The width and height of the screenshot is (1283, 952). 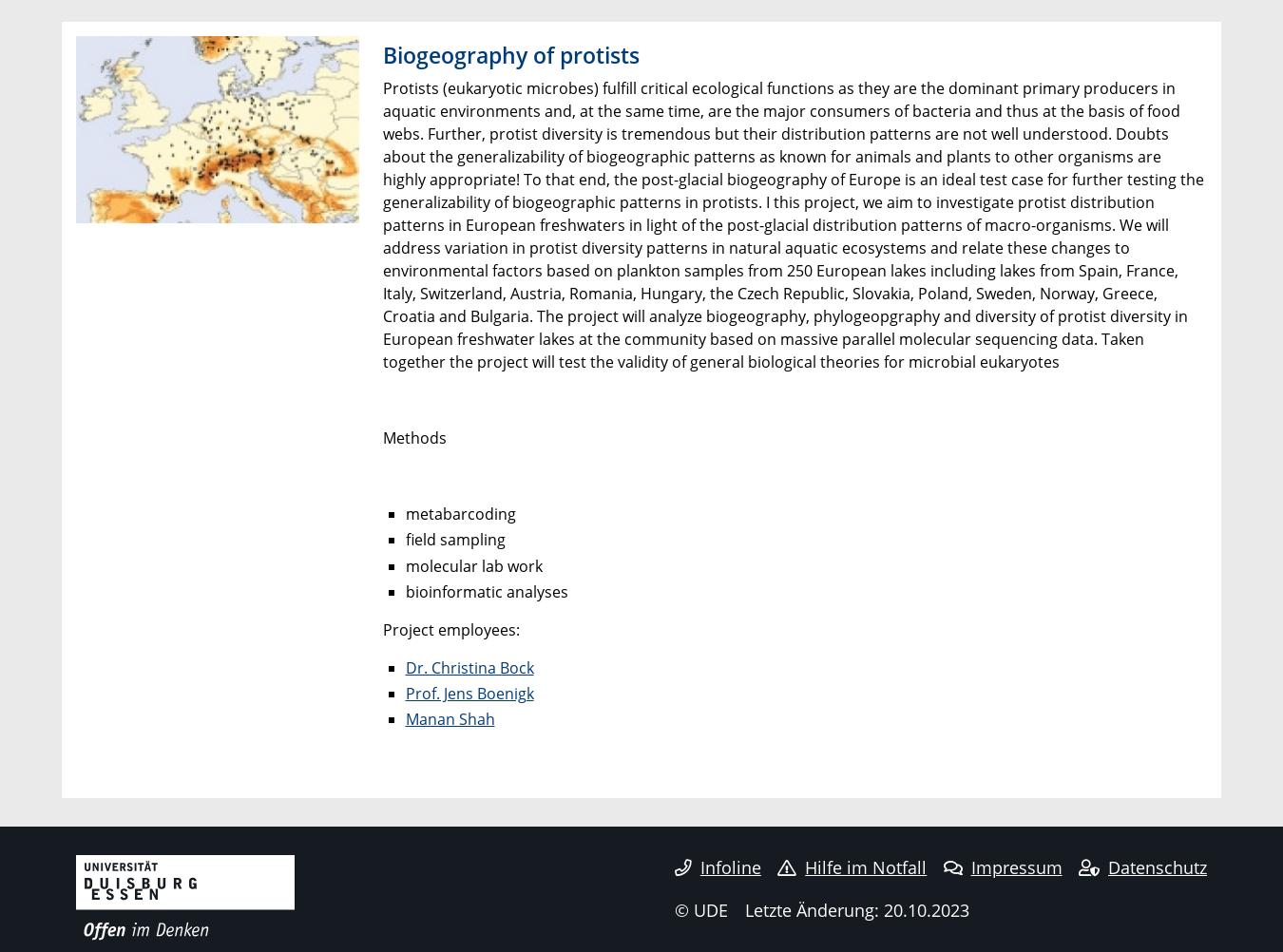 I want to click on 'molecular lab work', so click(x=405, y=563).